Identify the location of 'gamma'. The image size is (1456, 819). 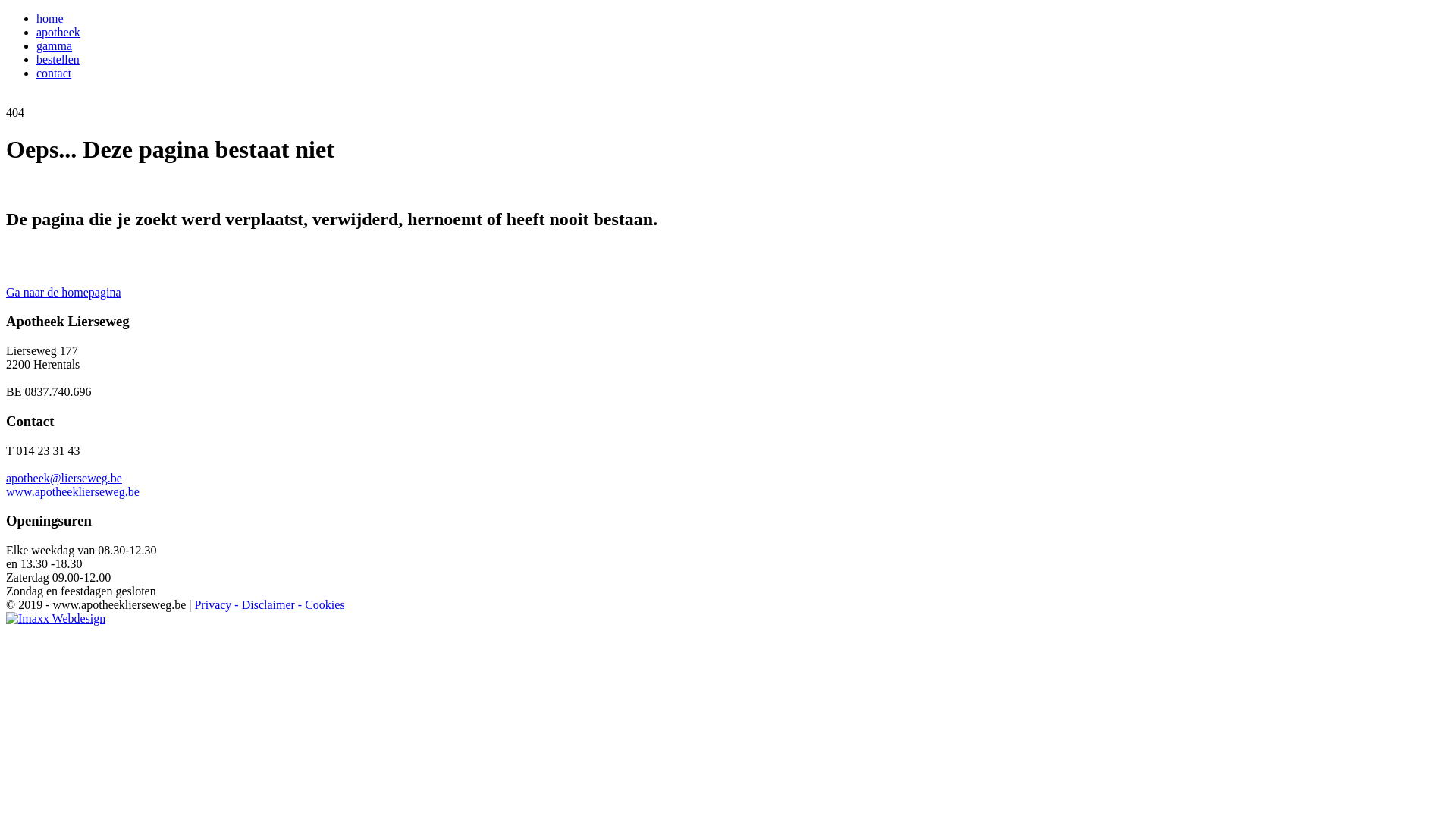
(54, 45).